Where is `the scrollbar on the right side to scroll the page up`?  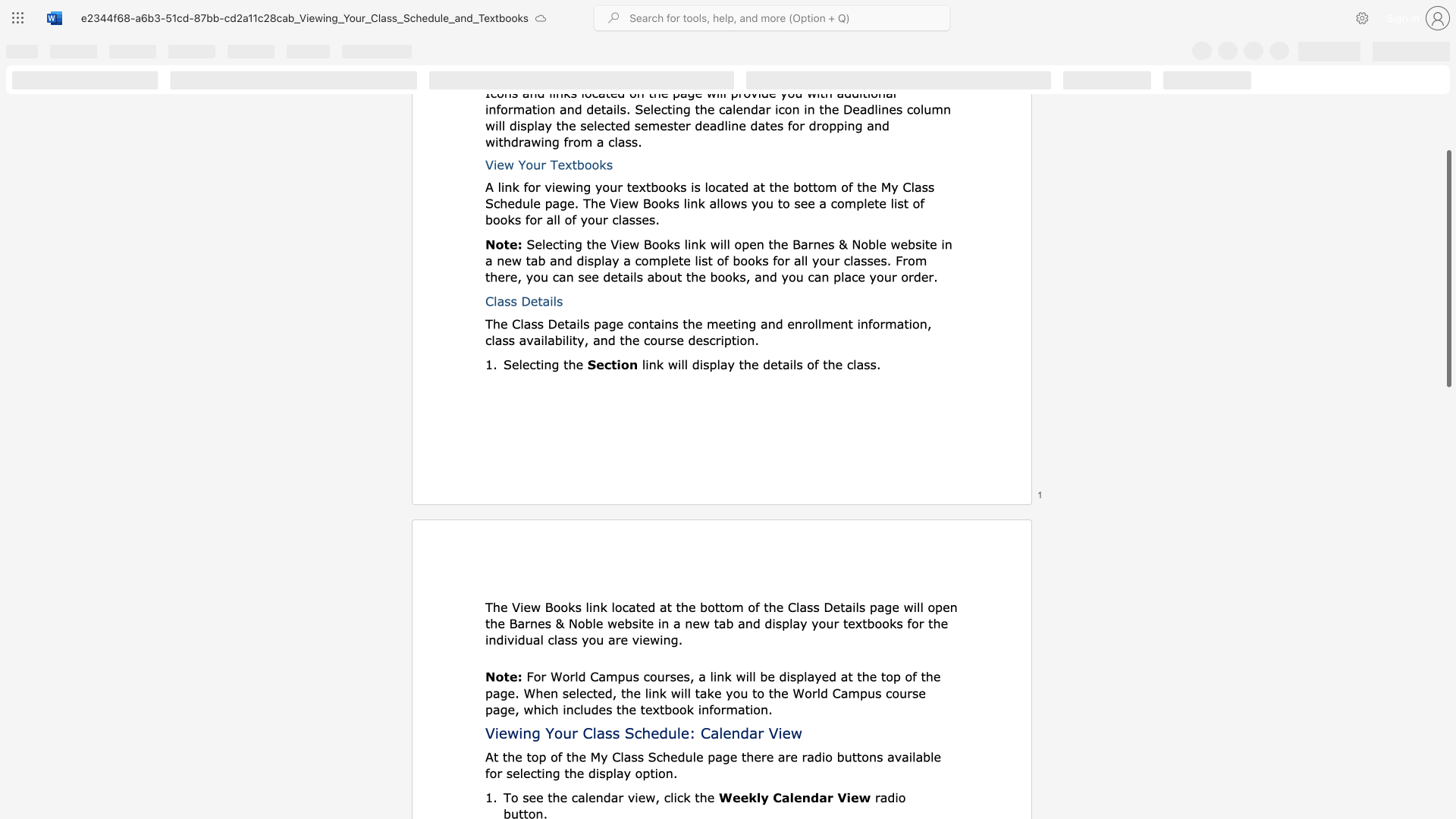 the scrollbar on the right side to scroll the page up is located at coordinates (1448, 180).